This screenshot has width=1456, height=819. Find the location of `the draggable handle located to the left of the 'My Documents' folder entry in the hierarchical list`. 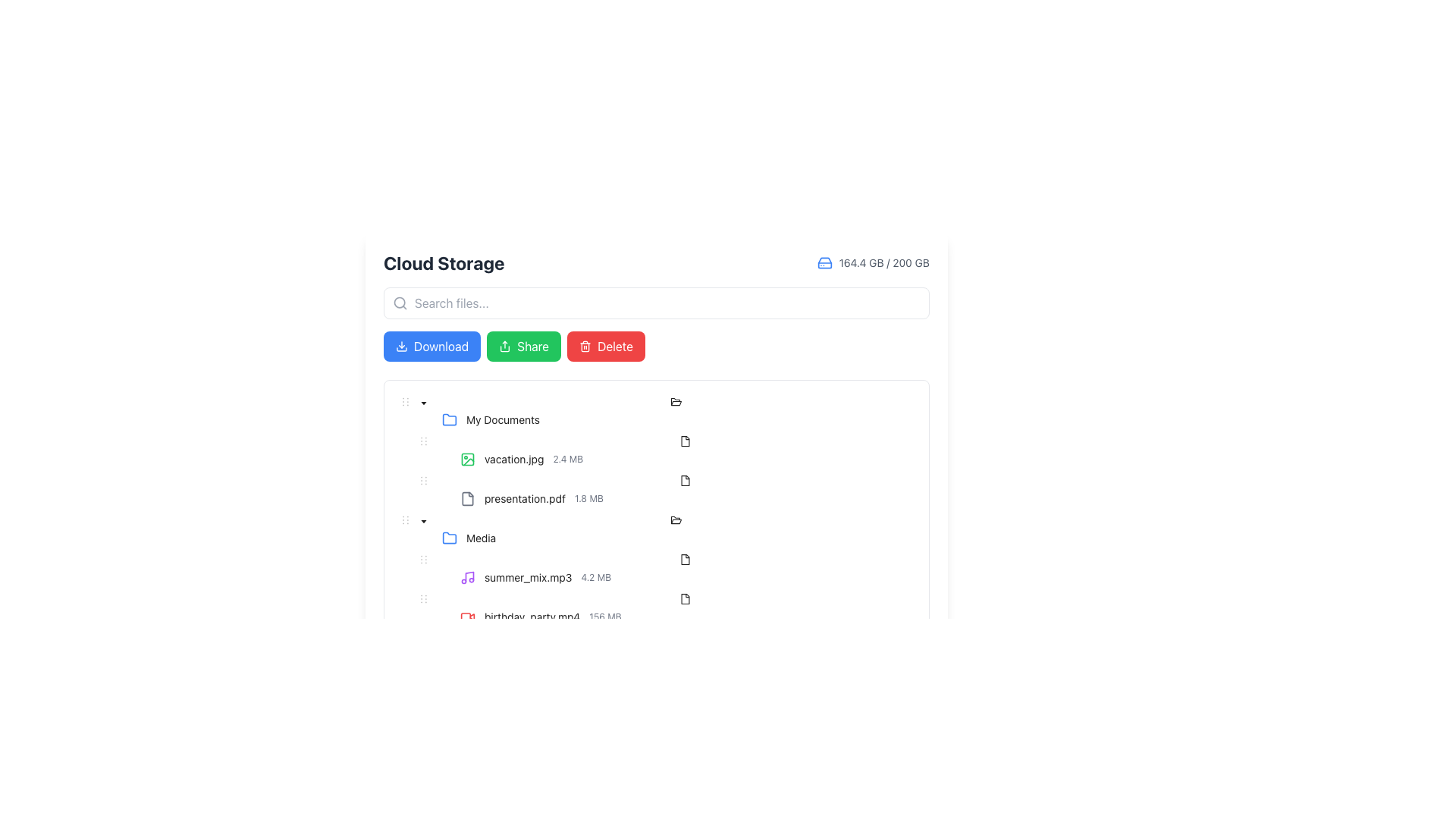

the draggable handle located to the left of the 'My Documents' folder entry in the hierarchical list is located at coordinates (405, 400).